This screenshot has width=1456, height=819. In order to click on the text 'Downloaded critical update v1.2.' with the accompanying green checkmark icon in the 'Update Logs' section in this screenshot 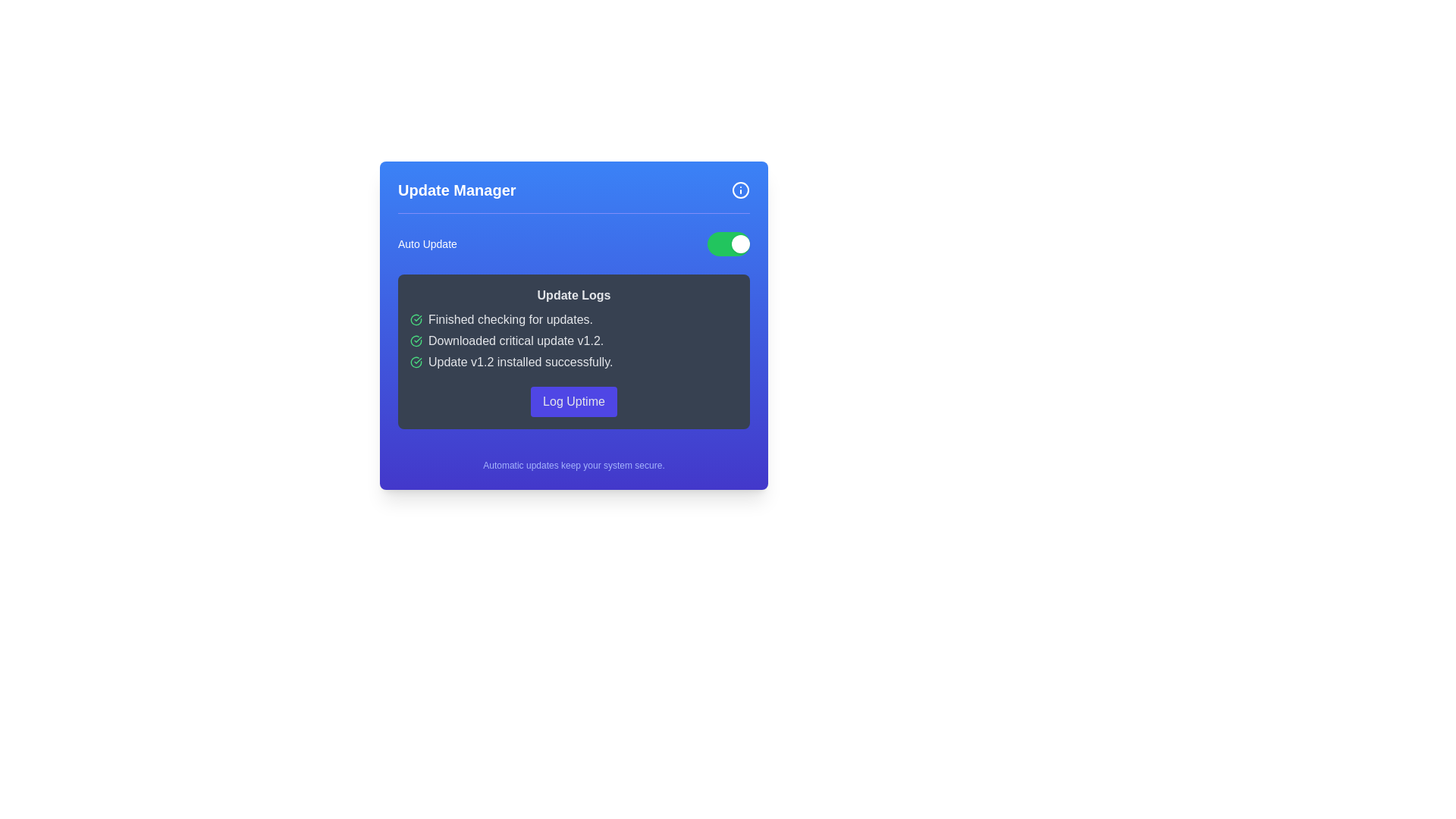, I will do `click(573, 341)`.